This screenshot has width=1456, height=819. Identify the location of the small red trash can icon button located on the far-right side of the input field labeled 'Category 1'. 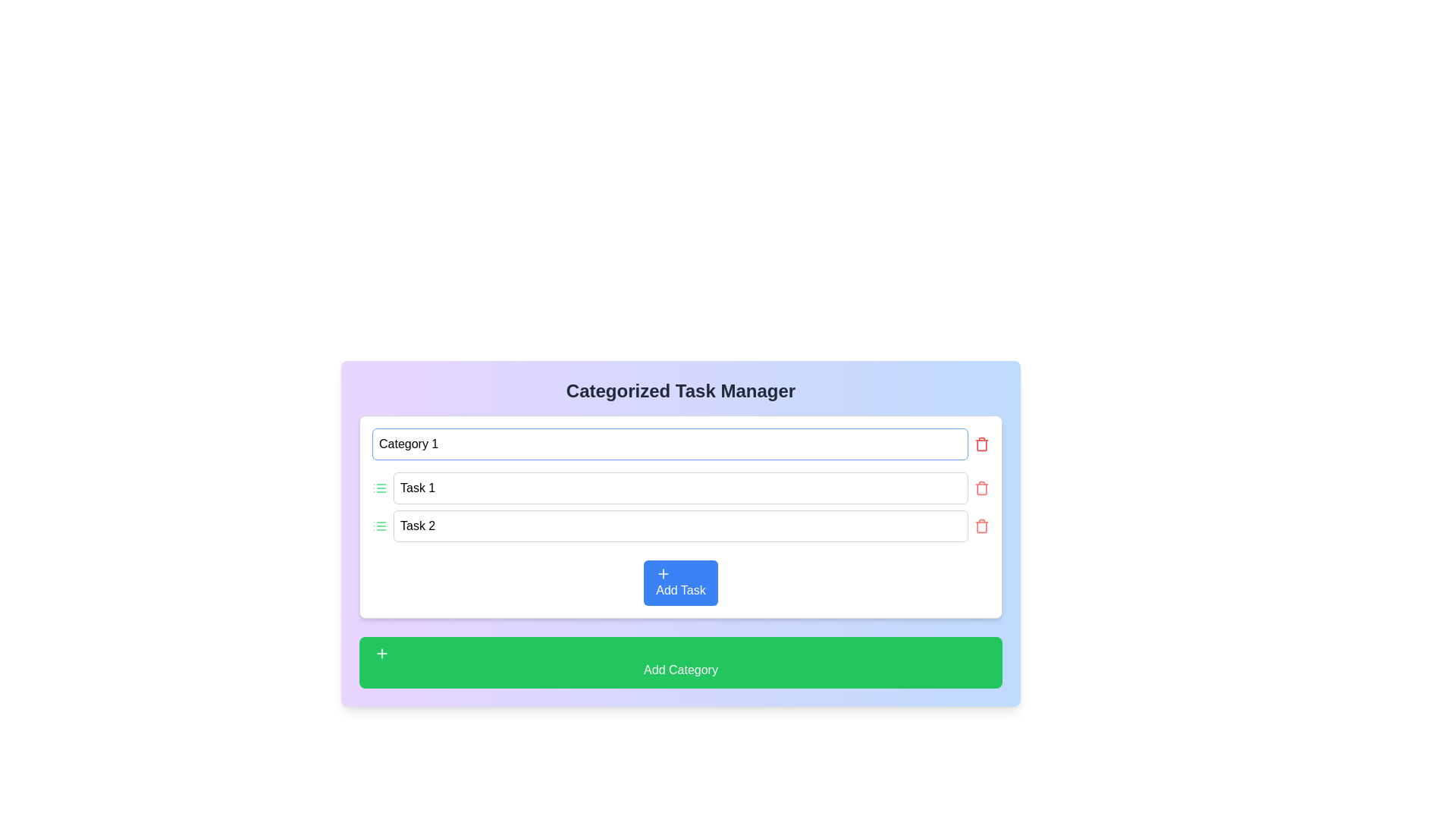
(982, 444).